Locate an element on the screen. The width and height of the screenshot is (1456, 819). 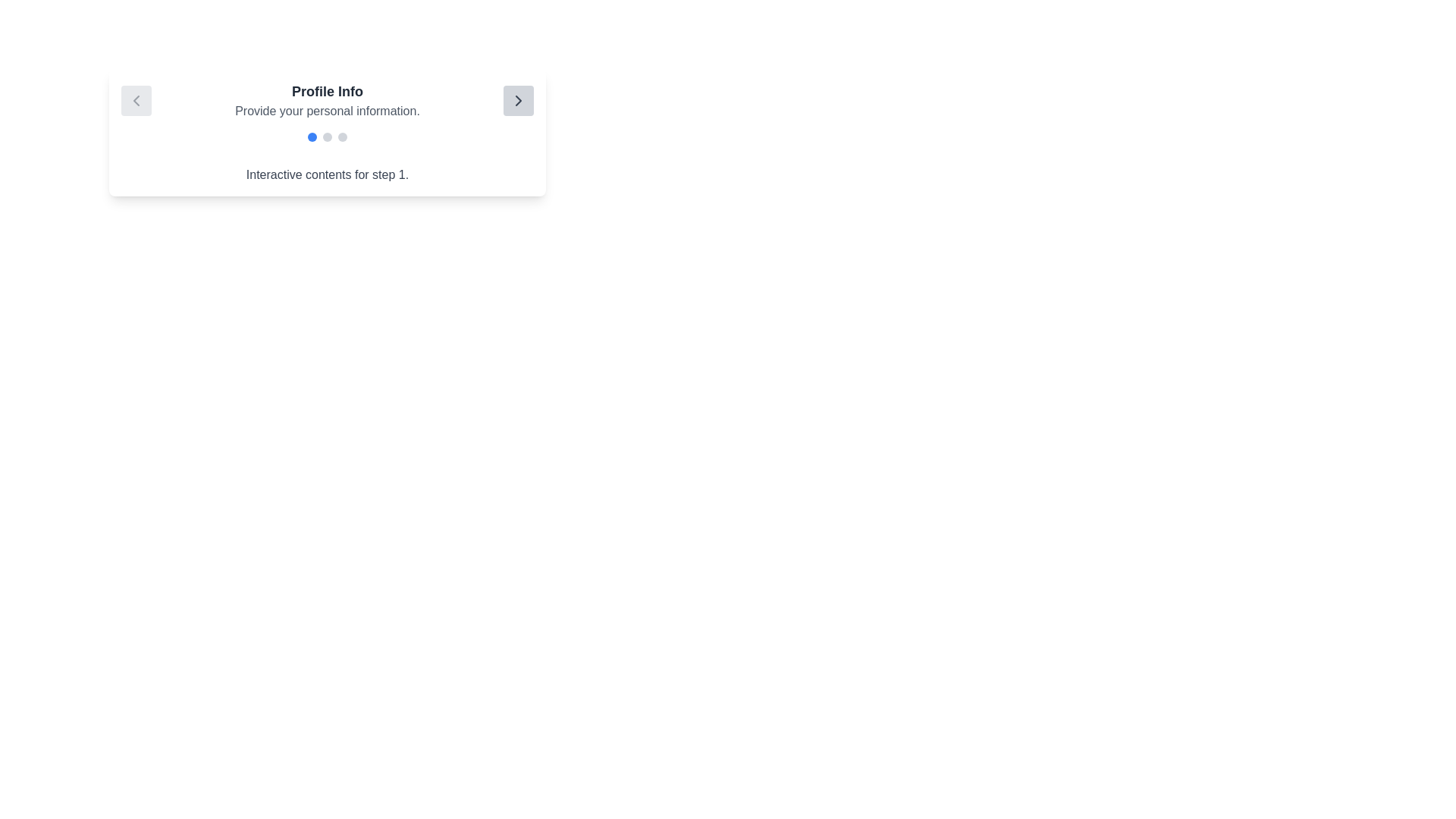
the small circular gray button in the step indicator component is located at coordinates (327, 137).